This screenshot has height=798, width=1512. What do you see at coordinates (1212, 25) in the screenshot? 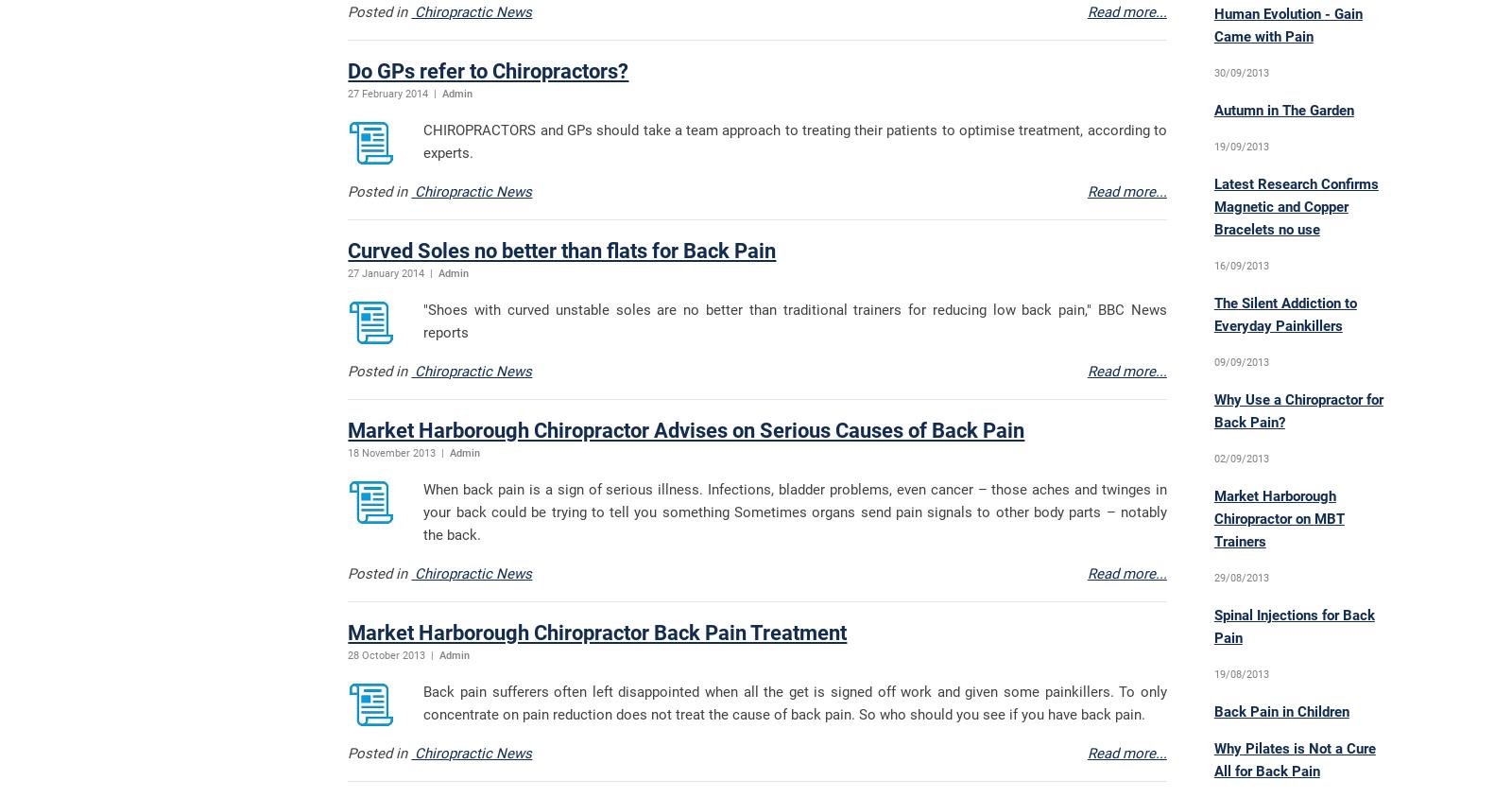
I see `'Human Evolution - Gain Came with Pain'` at bounding box center [1212, 25].